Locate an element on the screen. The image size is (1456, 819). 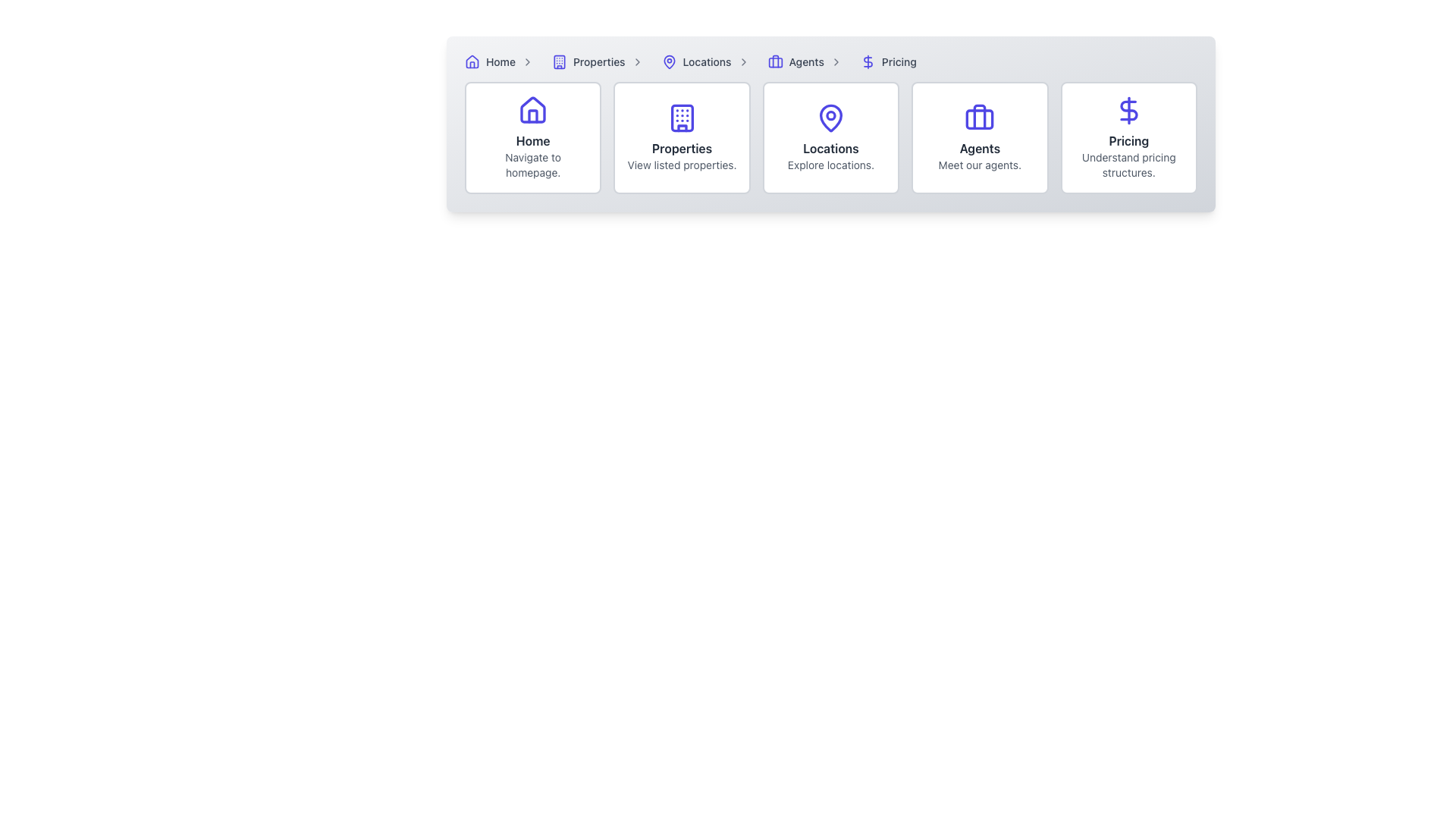
the 'Locations' section icon in the breadcrumb navigation bar, which is located between 'Properties' and 'Locations' is located at coordinates (668, 61).